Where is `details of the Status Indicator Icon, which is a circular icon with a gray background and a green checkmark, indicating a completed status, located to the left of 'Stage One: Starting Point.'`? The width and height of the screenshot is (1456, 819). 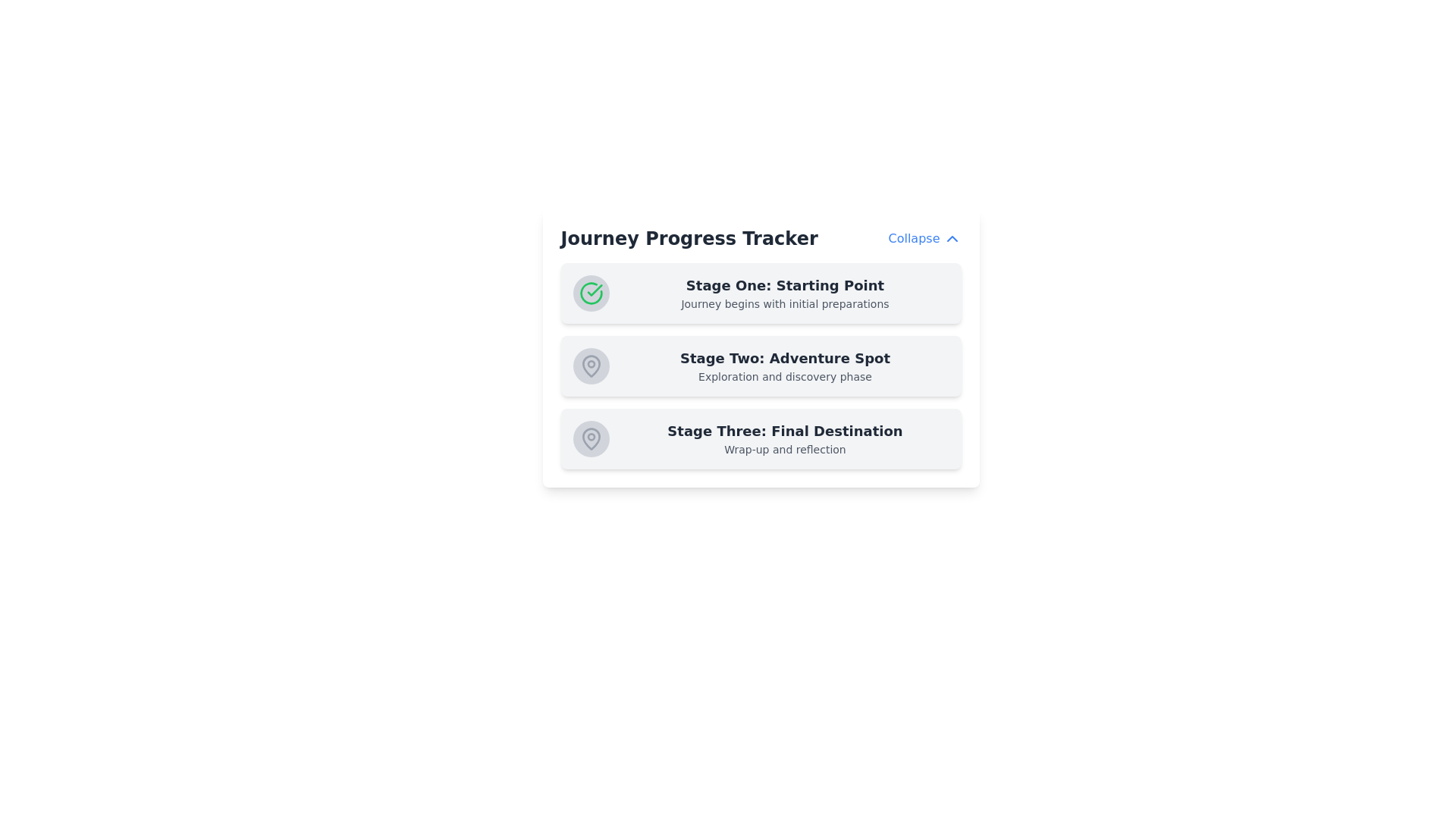 details of the Status Indicator Icon, which is a circular icon with a gray background and a green checkmark, indicating a completed status, located to the left of 'Stage One: Starting Point.' is located at coordinates (590, 293).